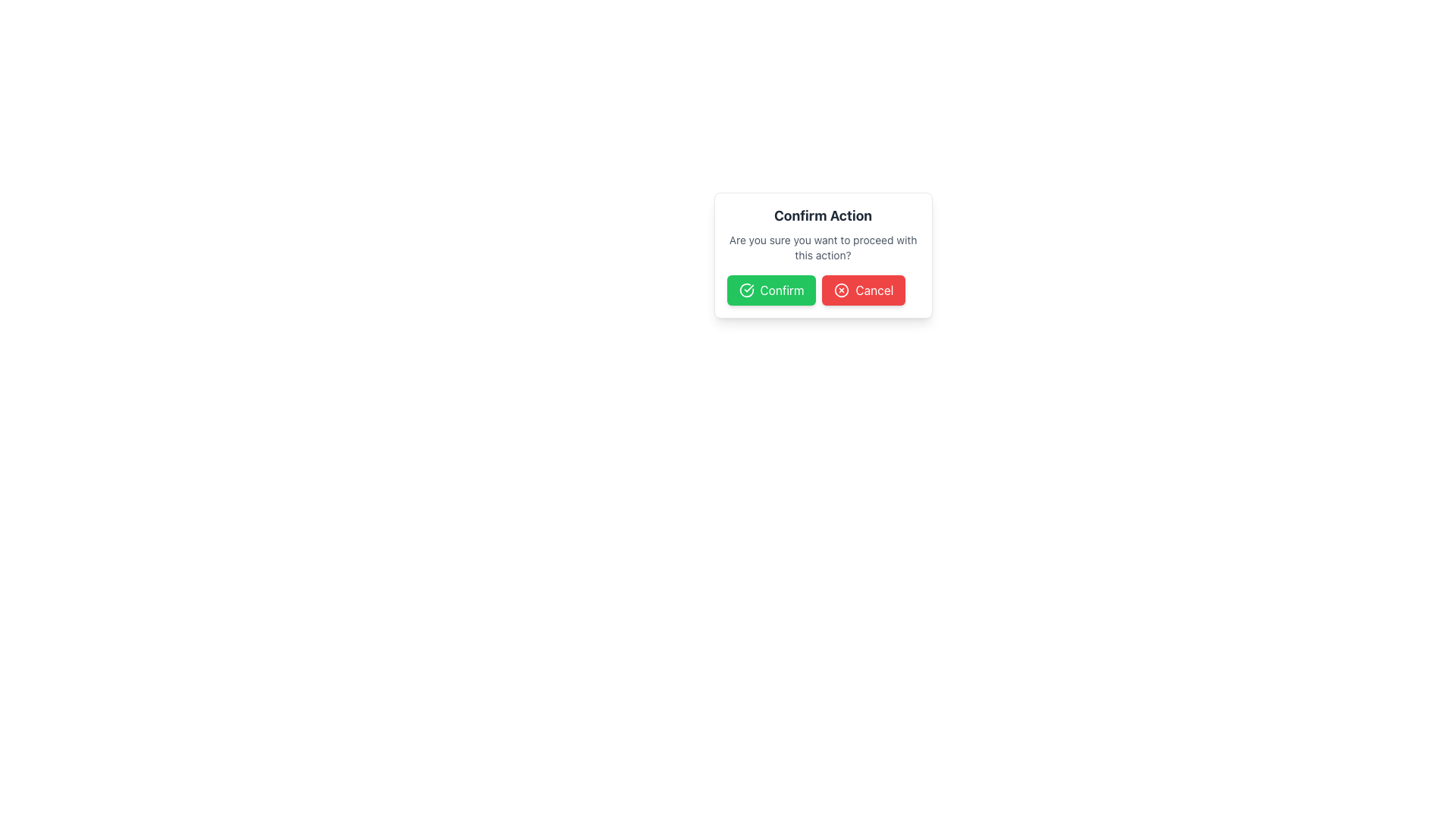 The image size is (1456, 819). What do you see at coordinates (746, 290) in the screenshot?
I see `the circular checkmark icon located within the green 'Confirm' button for visual confirmation` at bounding box center [746, 290].